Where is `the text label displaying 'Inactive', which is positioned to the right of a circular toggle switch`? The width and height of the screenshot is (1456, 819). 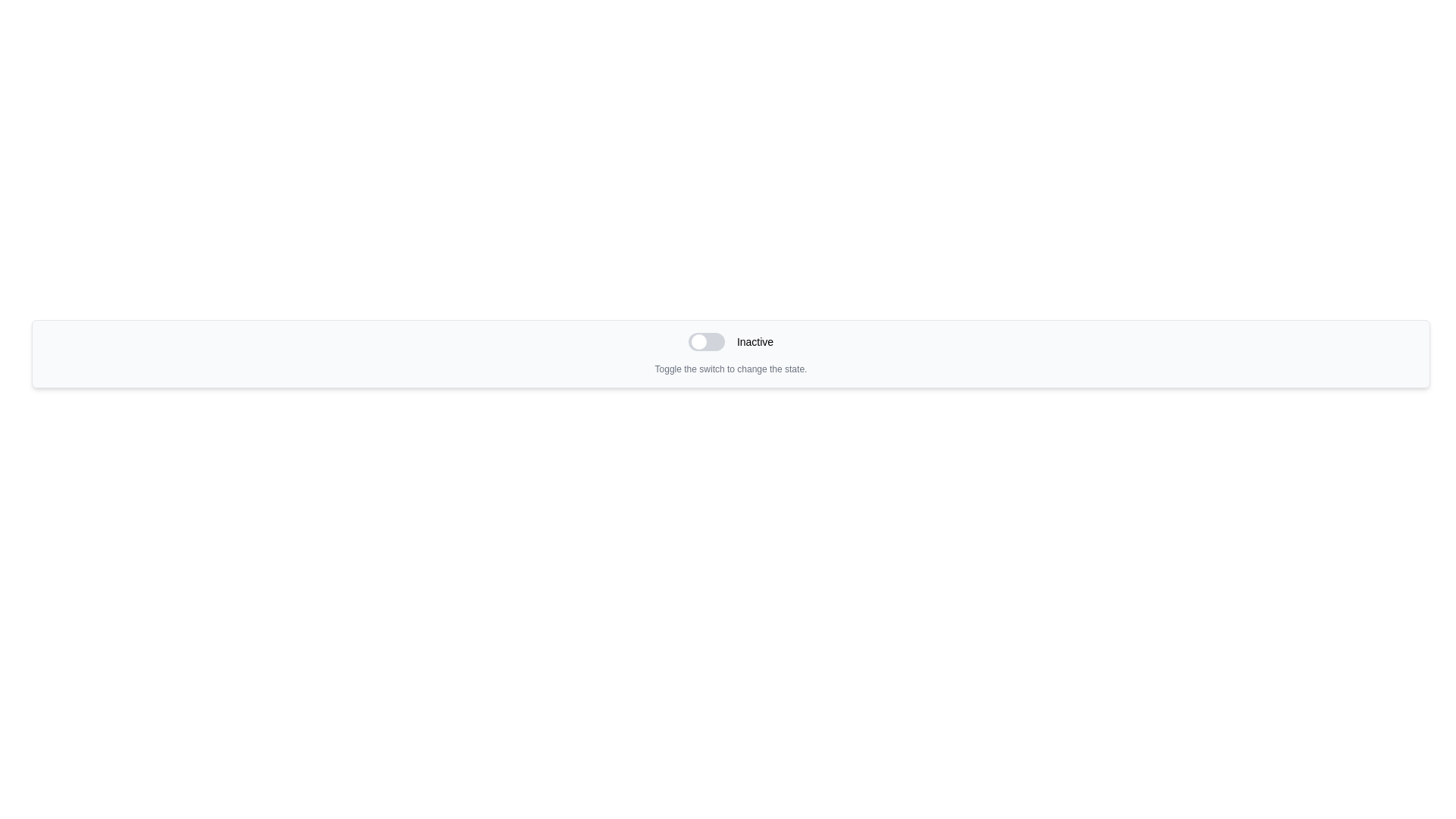 the text label displaying 'Inactive', which is positioned to the right of a circular toggle switch is located at coordinates (755, 342).